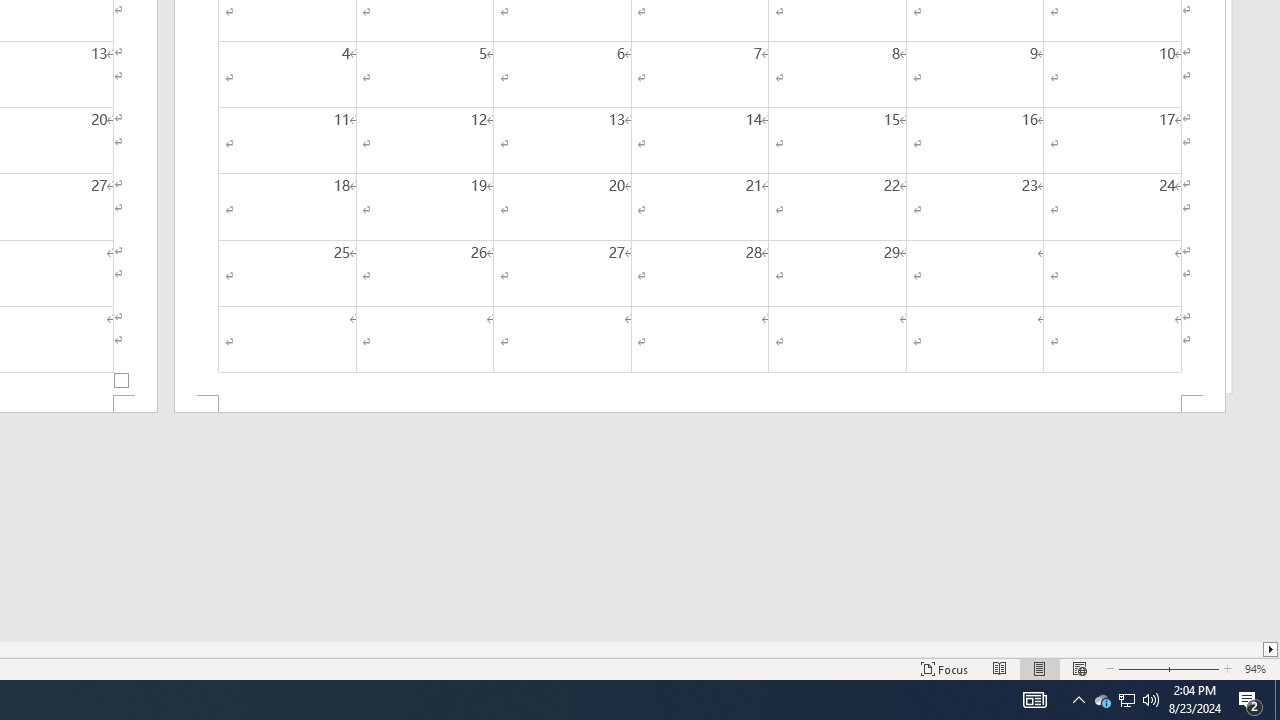 The width and height of the screenshot is (1280, 720). I want to click on 'Read Mode', so click(1000, 669).